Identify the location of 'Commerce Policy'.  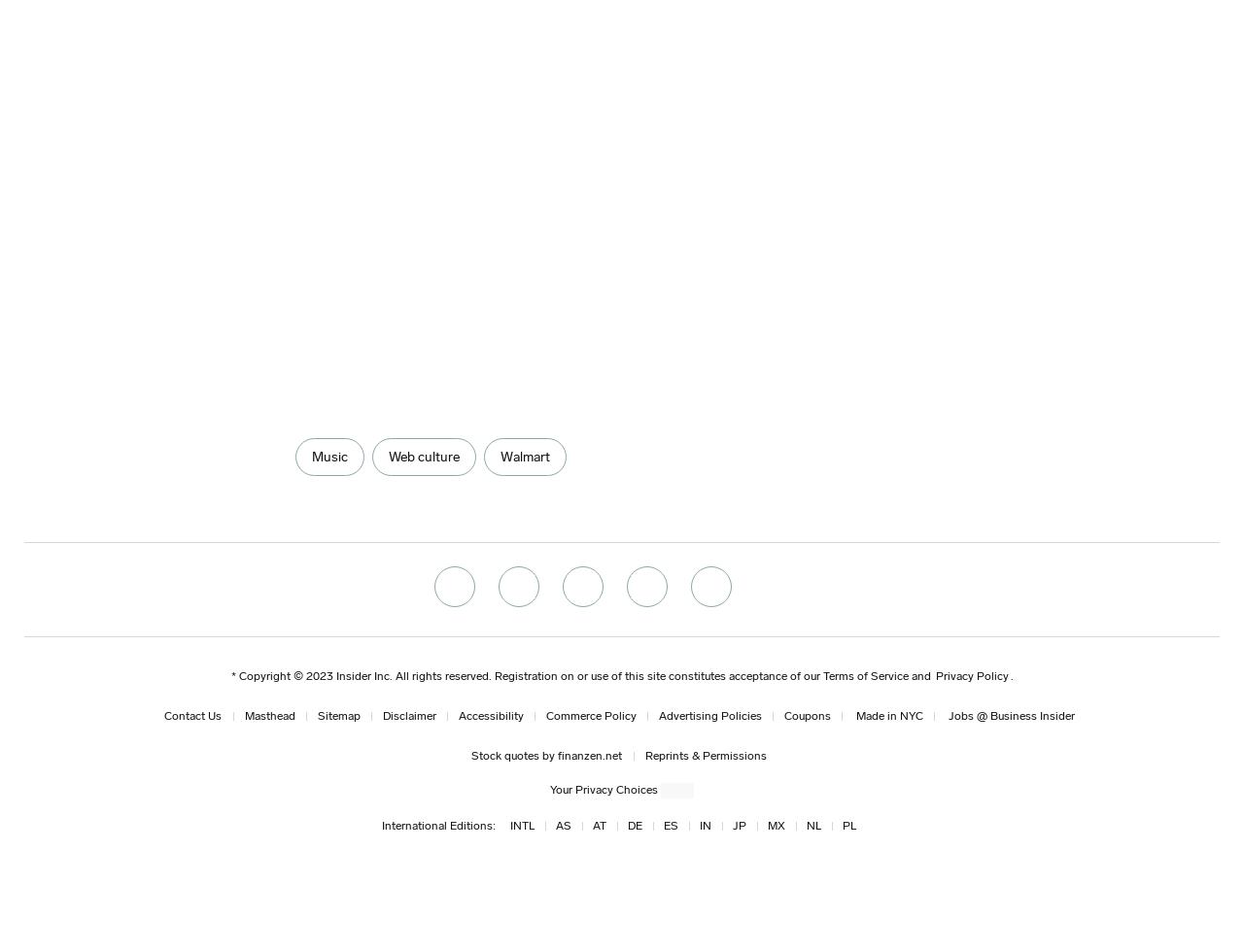
(589, 714).